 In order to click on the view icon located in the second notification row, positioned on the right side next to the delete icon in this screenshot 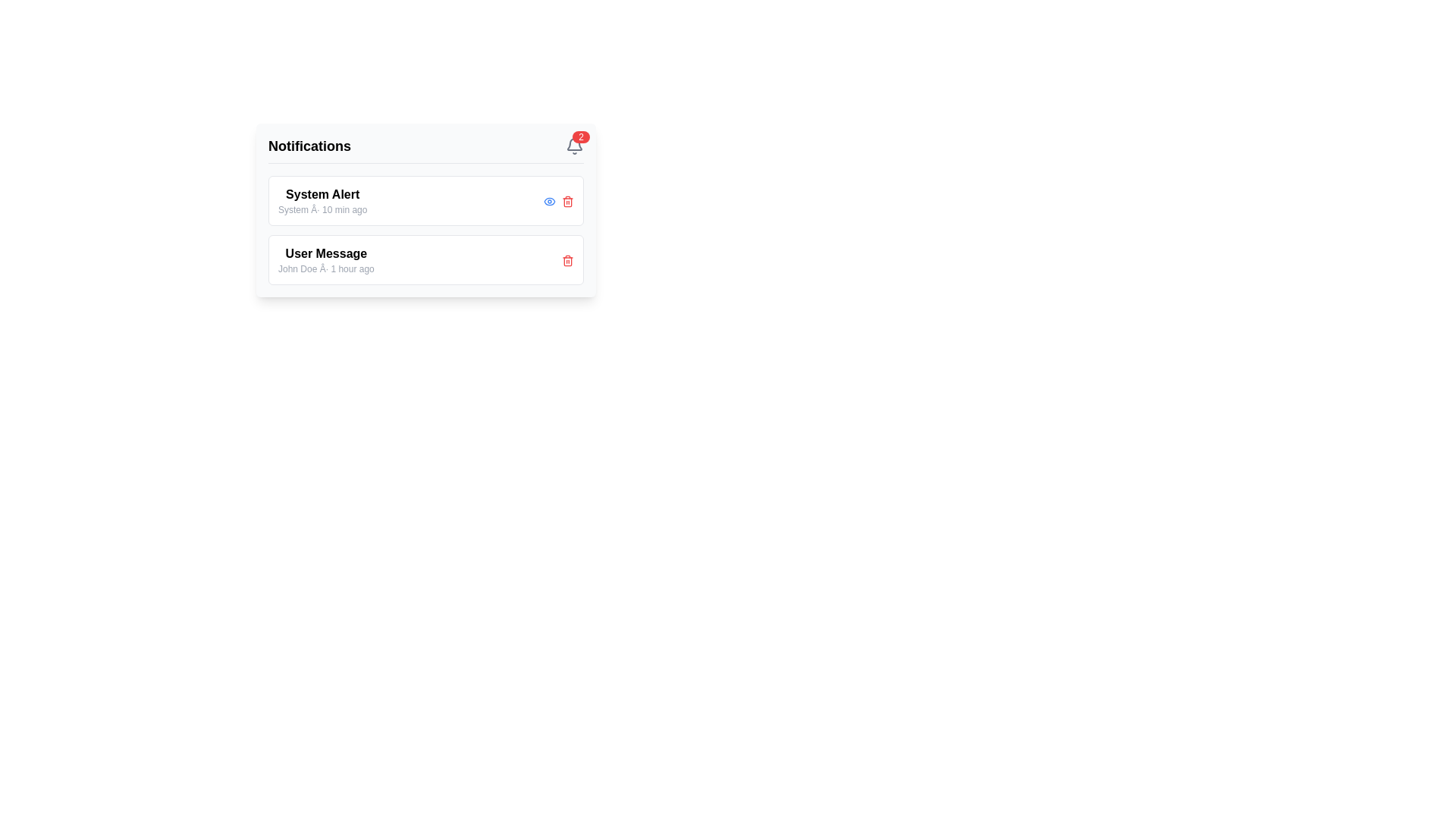, I will do `click(548, 200)`.